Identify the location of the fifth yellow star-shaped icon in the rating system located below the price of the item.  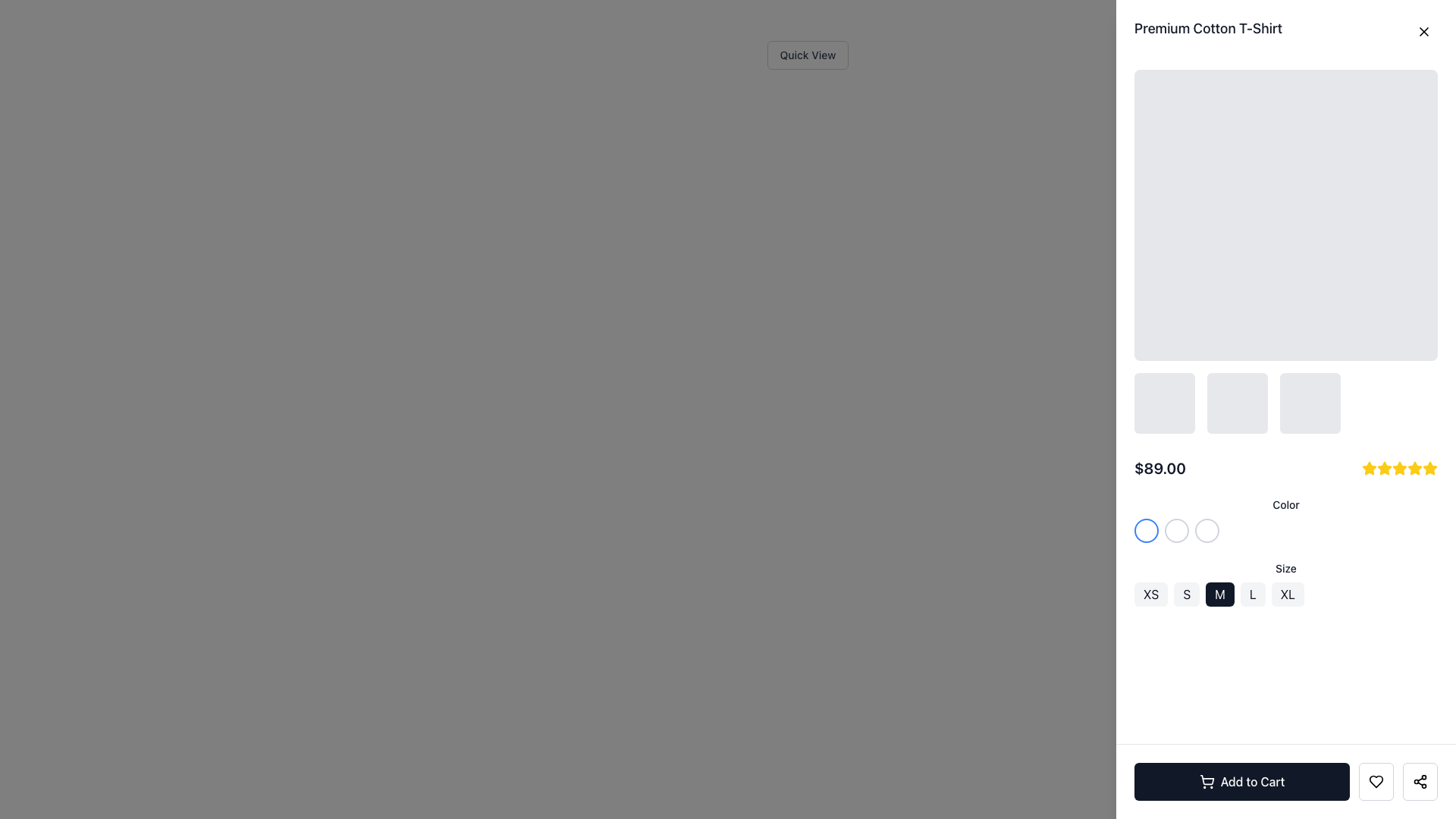
(1429, 467).